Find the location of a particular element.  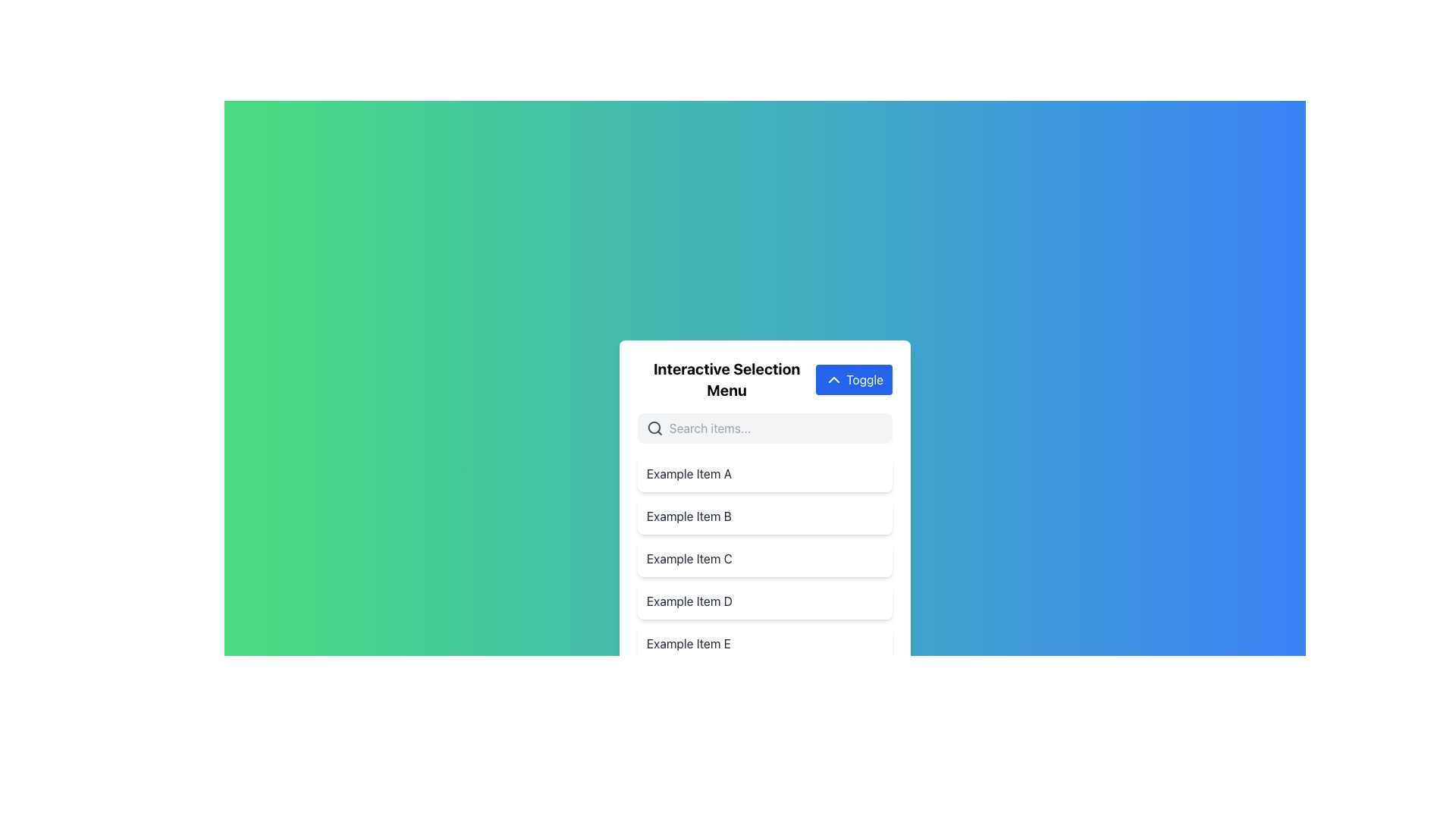

the text label reading 'Example Item E' is located at coordinates (687, 643).